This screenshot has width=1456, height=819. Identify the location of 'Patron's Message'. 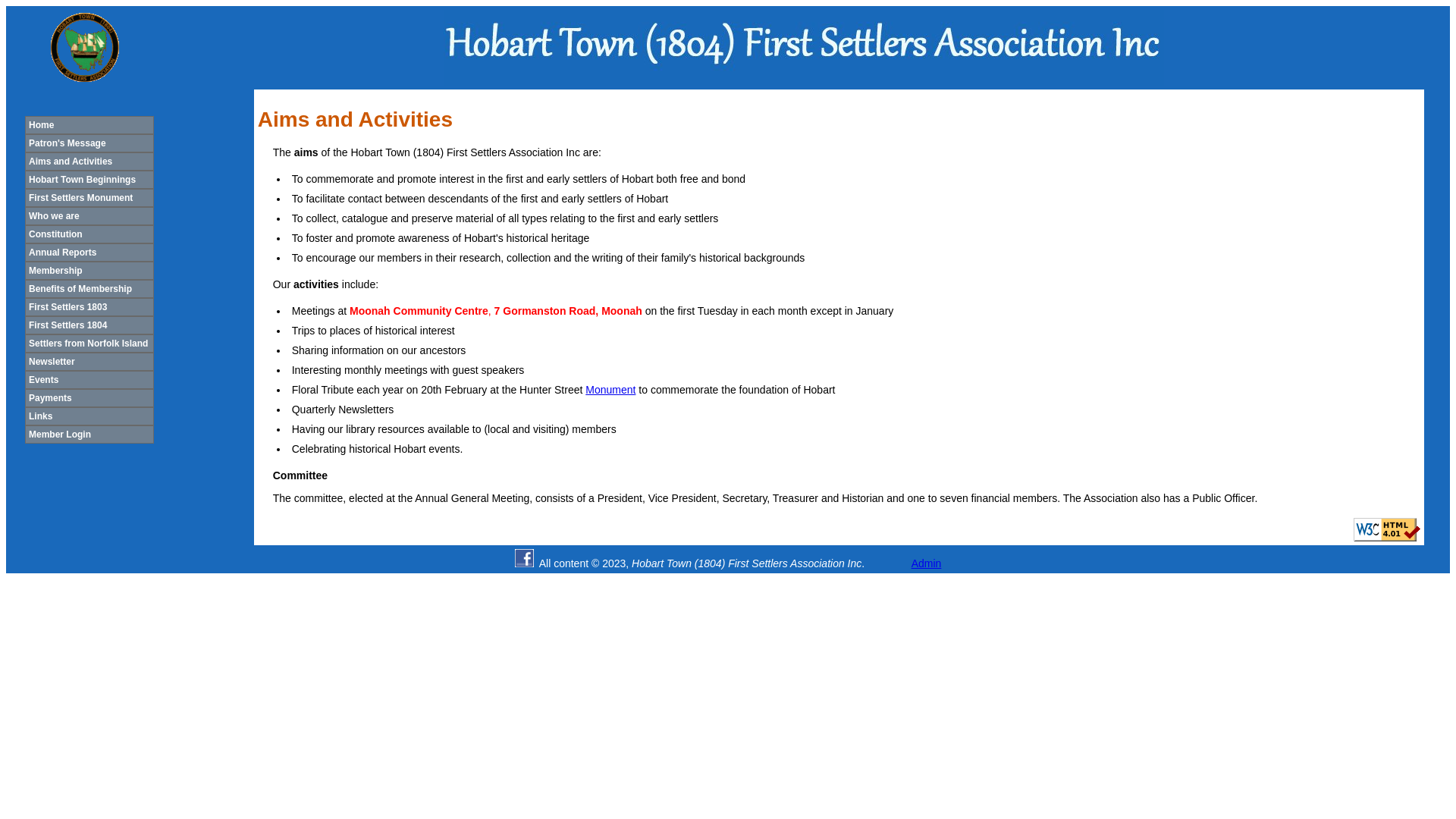
(89, 143).